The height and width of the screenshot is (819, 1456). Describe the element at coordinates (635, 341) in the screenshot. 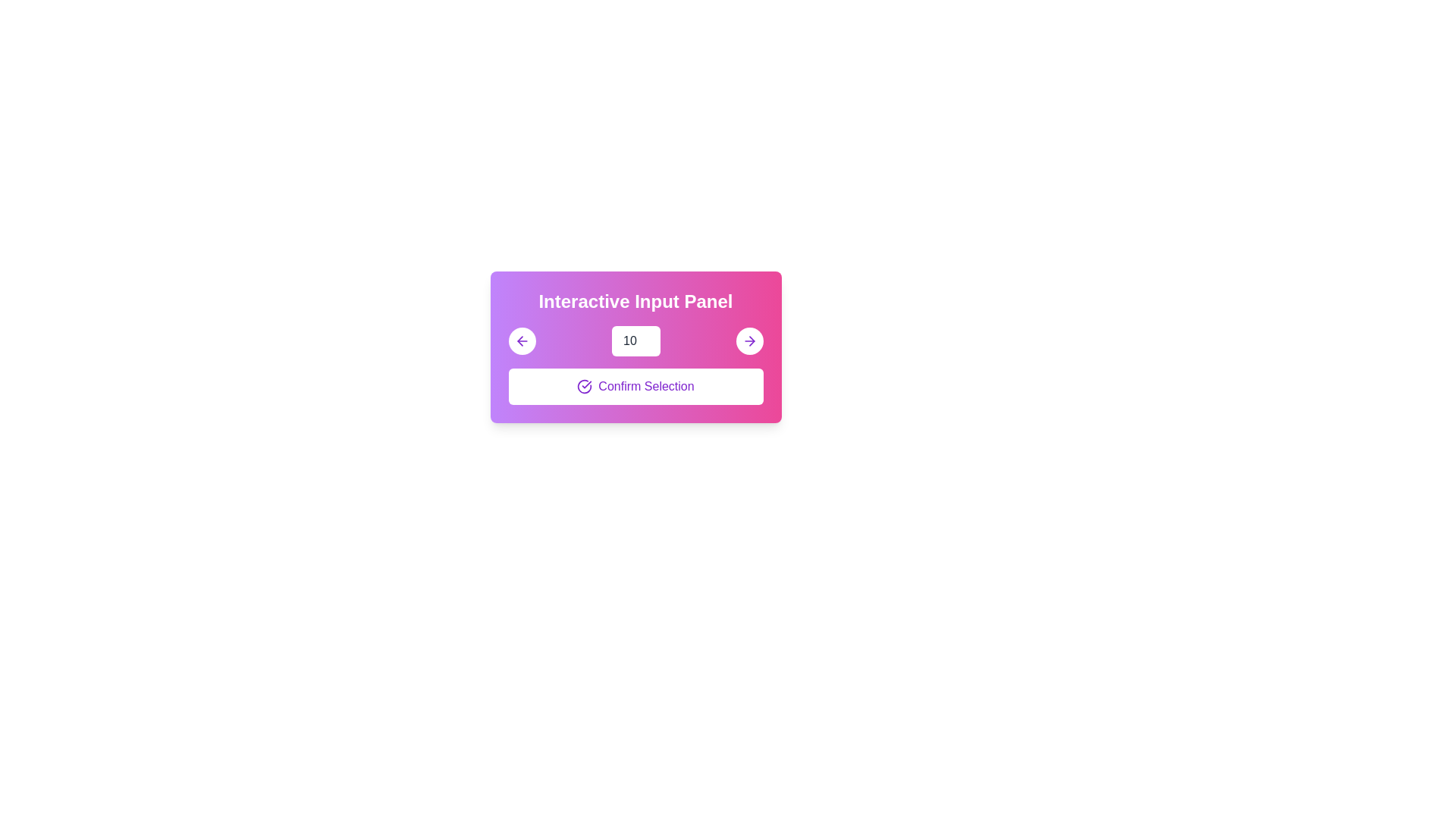

I see `the numeric input field displaying the number '10' to focus and edit the number` at that location.